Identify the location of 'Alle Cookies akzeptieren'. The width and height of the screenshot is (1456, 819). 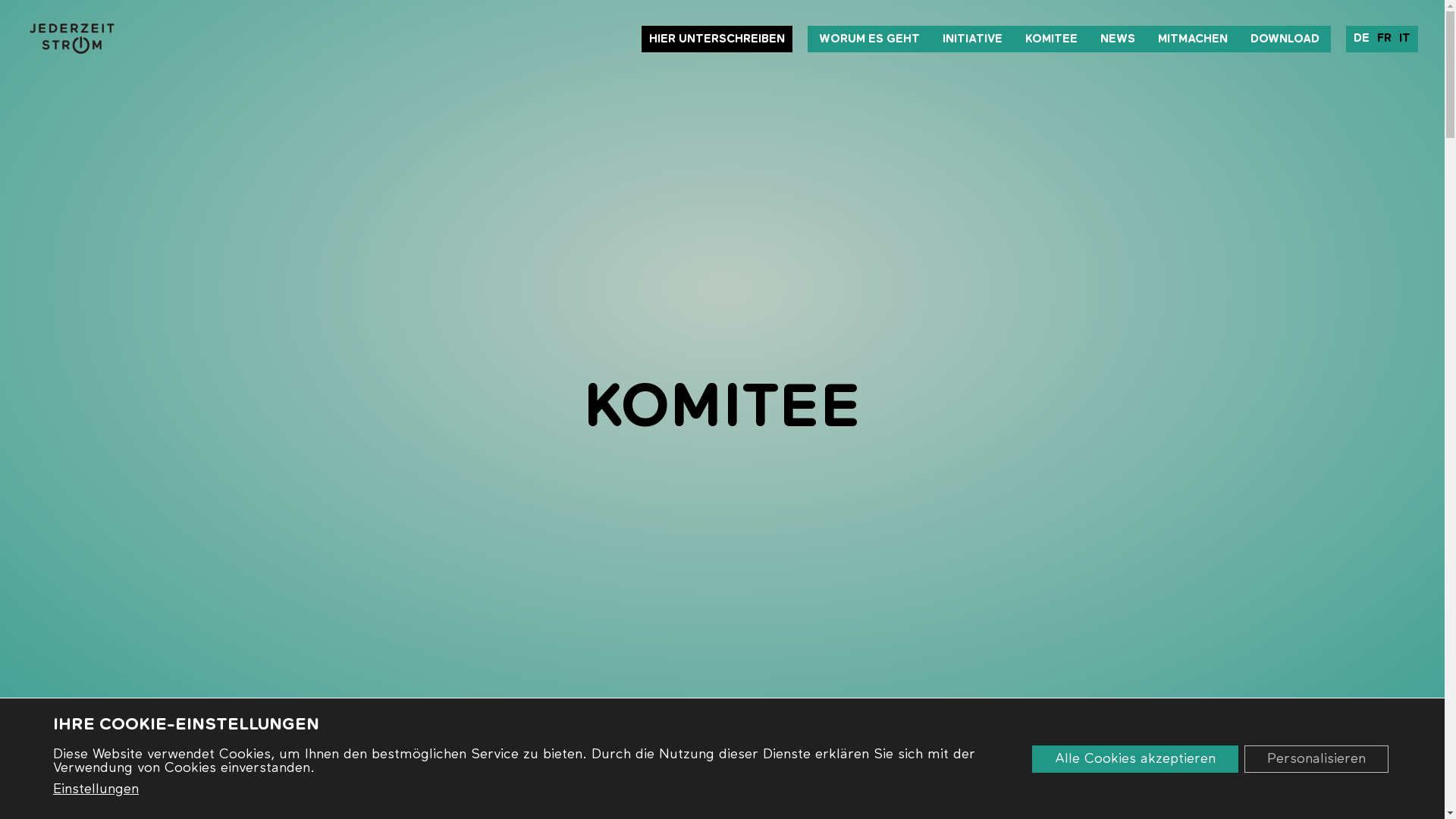
(1031, 758).